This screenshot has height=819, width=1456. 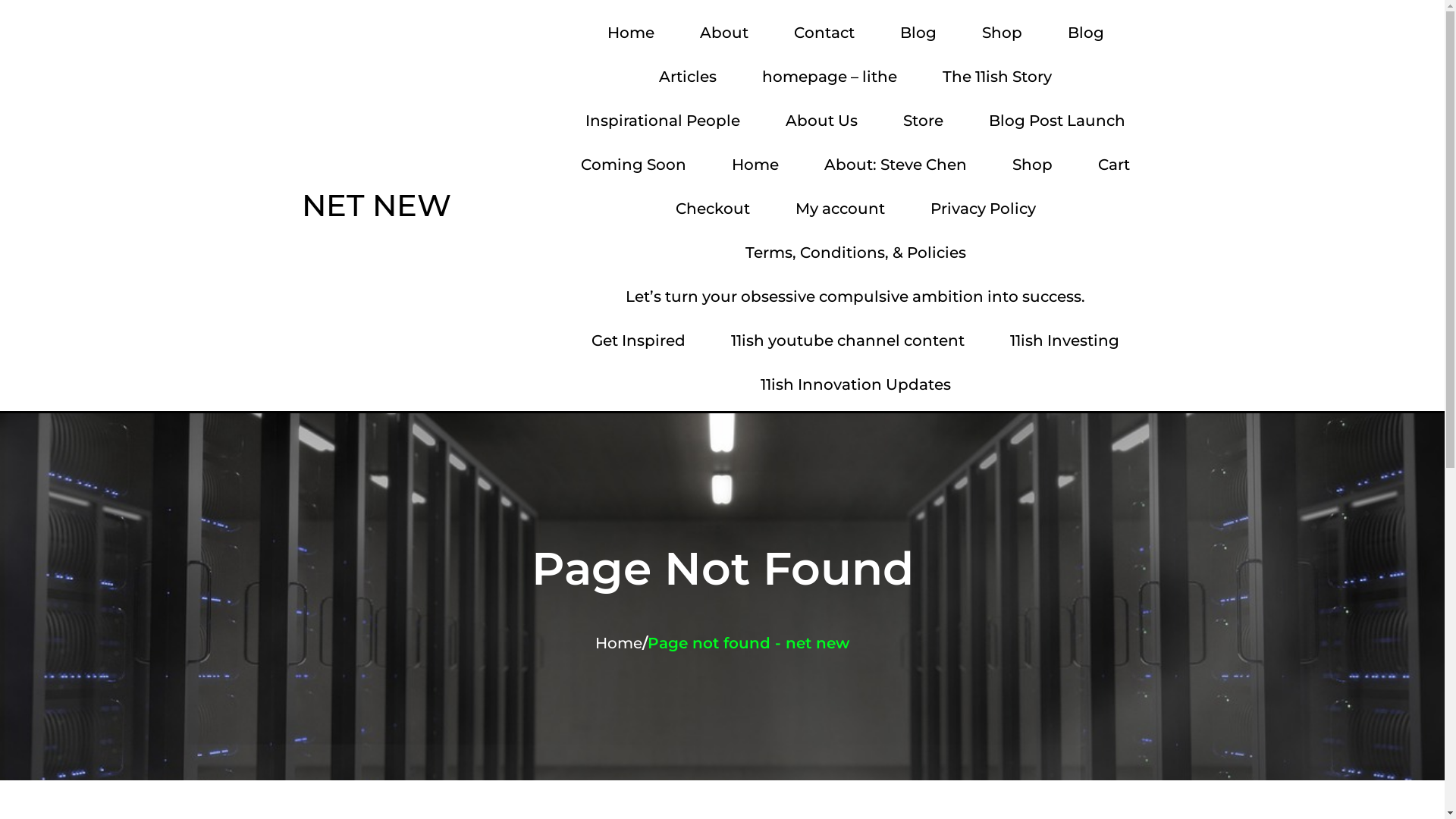 What do you see at coordinates (1113, 164) in the screenshot?
I see `'Cart'` at bounding box center [1113, 164].